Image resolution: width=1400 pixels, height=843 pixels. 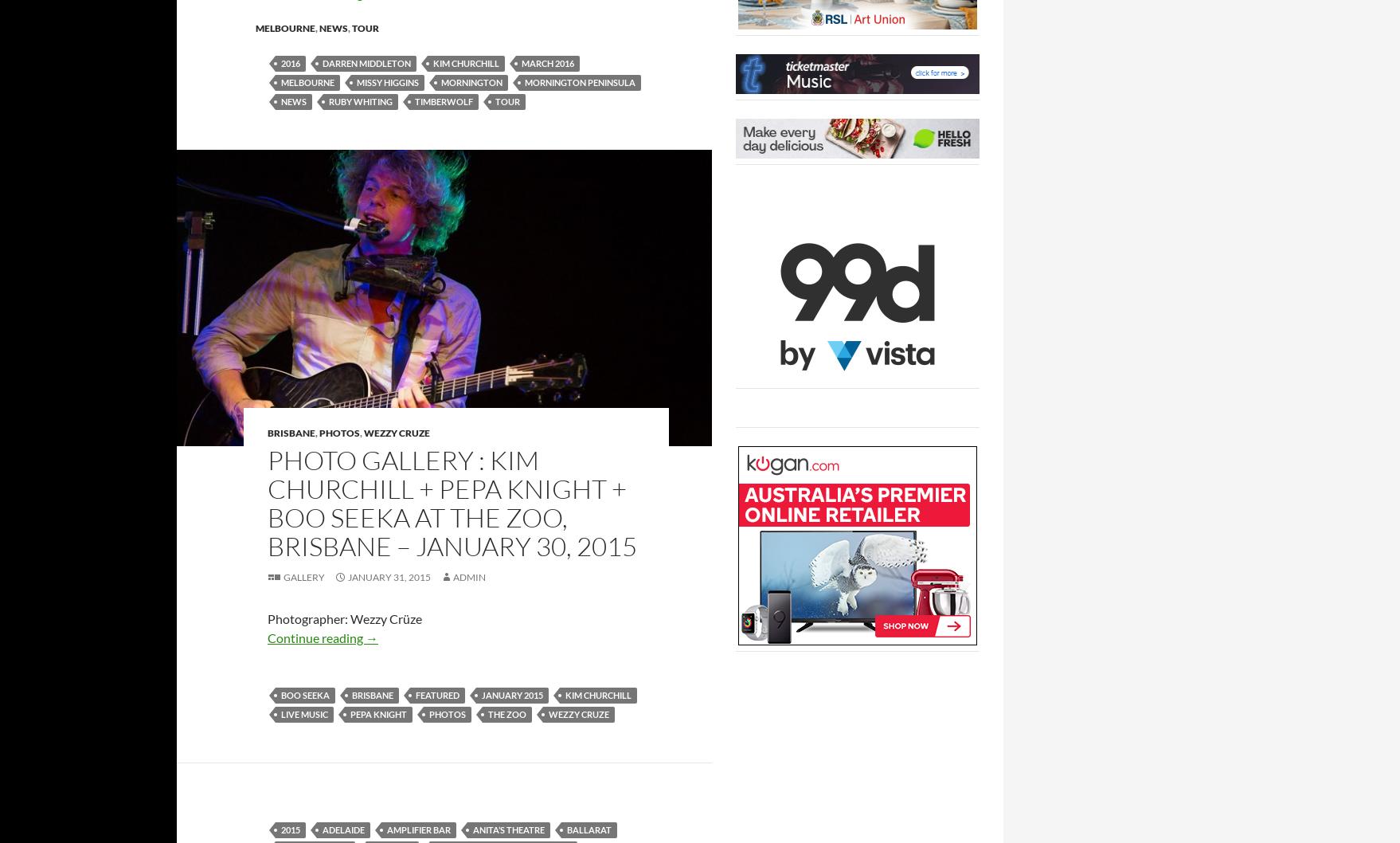 What do you see at coordinates (509, 829) in the screenshot?
I see `'Anita’s Theatre'` at bounding box center [509, 829].